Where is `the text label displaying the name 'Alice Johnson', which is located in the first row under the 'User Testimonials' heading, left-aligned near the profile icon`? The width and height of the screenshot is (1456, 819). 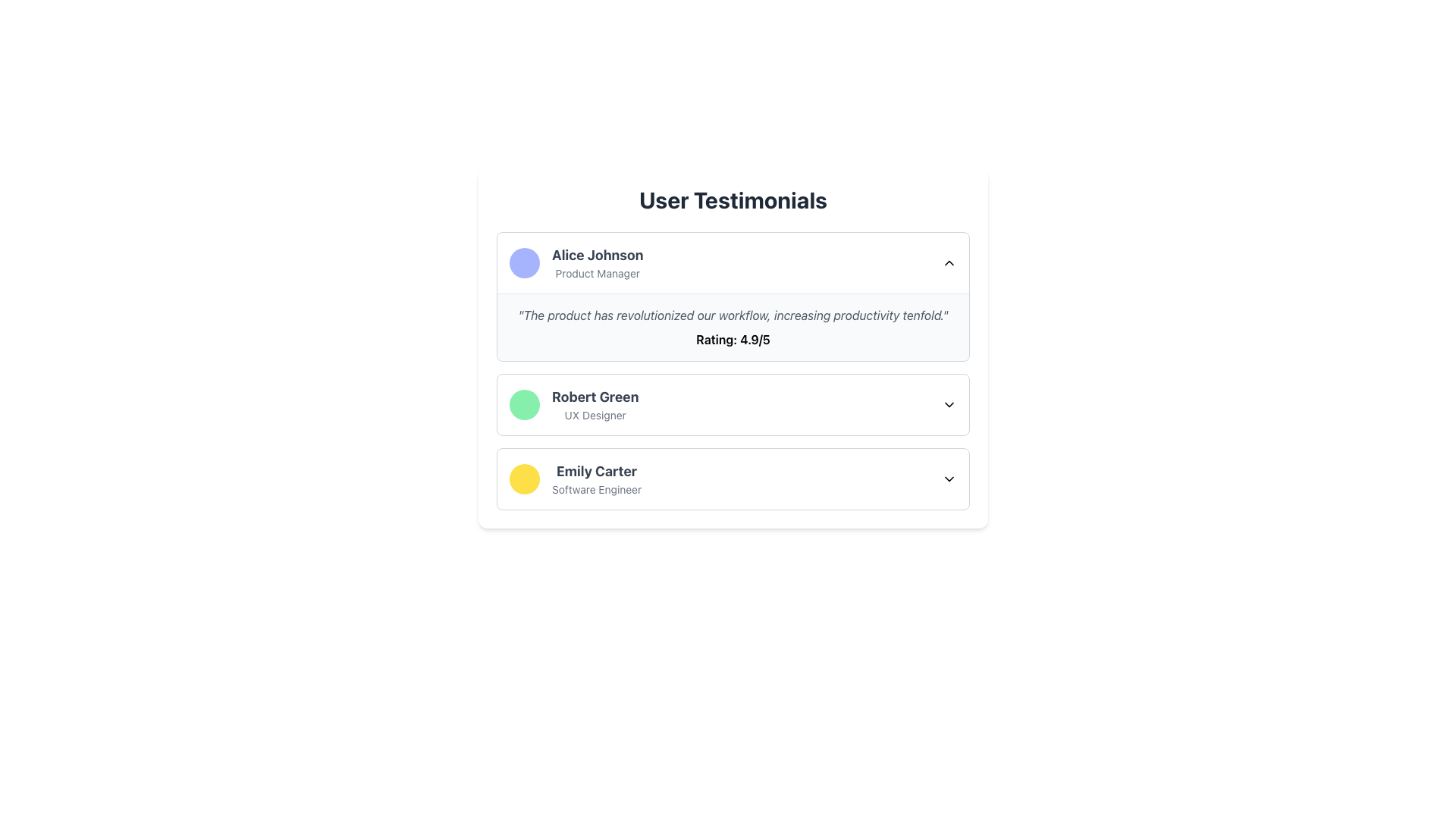
the text label displaying the name 'Alice Johnson', which is located in the first row under the 'User Testimonials' heading, left-aligned near the profile icon is located at coordinates (597, 254).